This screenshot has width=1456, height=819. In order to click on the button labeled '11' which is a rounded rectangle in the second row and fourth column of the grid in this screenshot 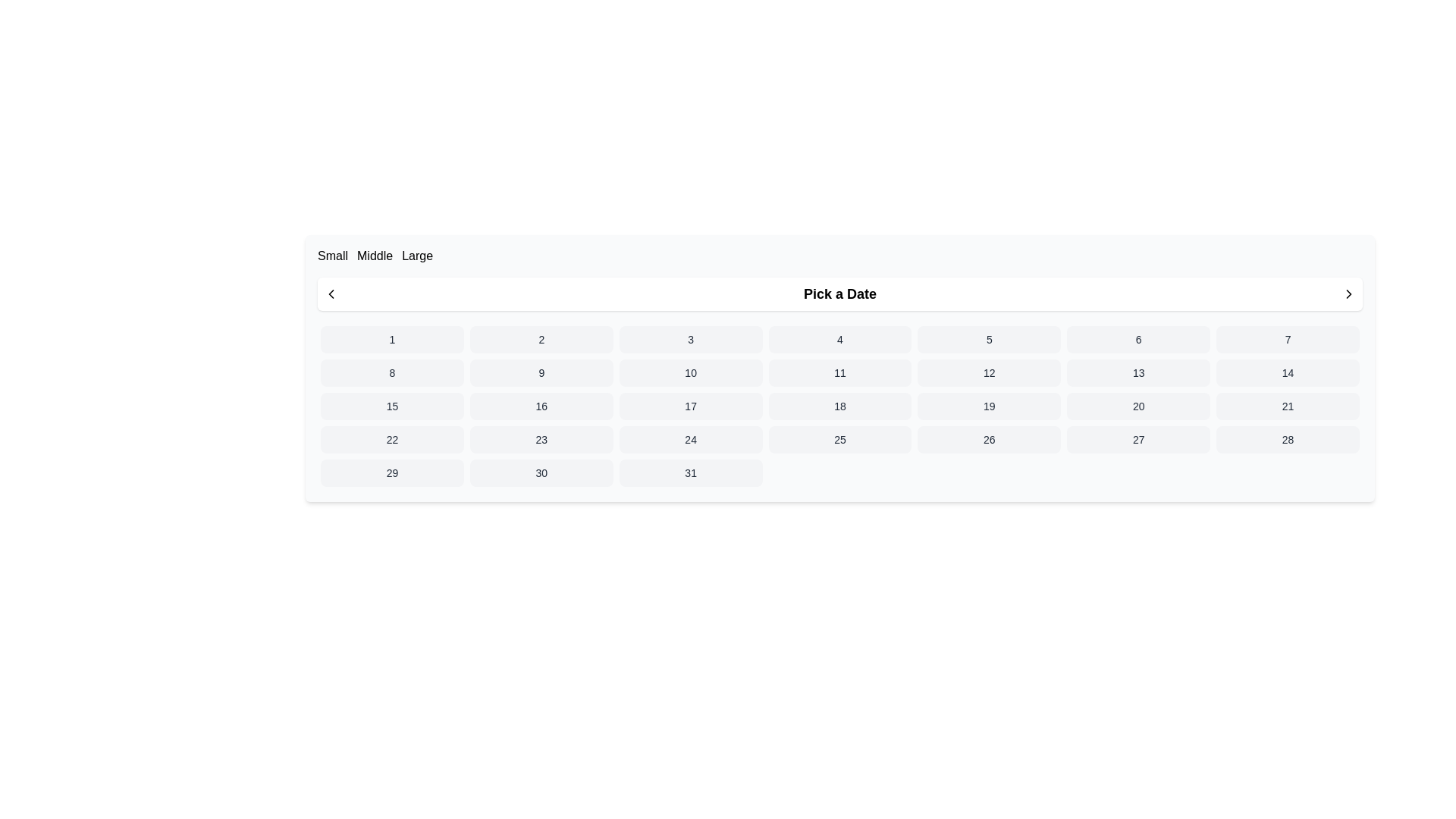, I will do `click(839, 373)`.